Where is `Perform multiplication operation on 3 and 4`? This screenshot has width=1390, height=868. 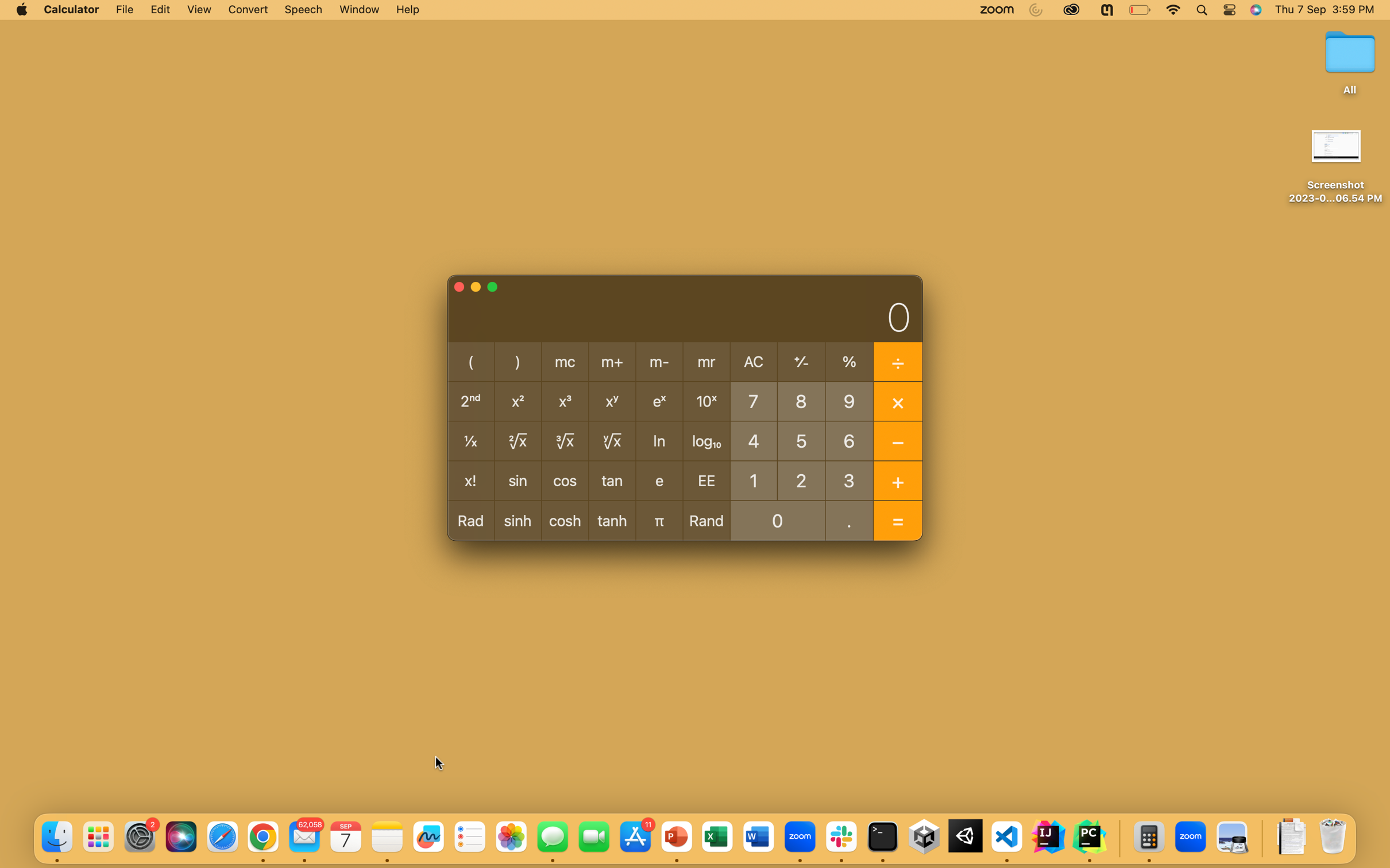 Perform multiplication operation on 3 and 4 is located at coordinates (850, 479).